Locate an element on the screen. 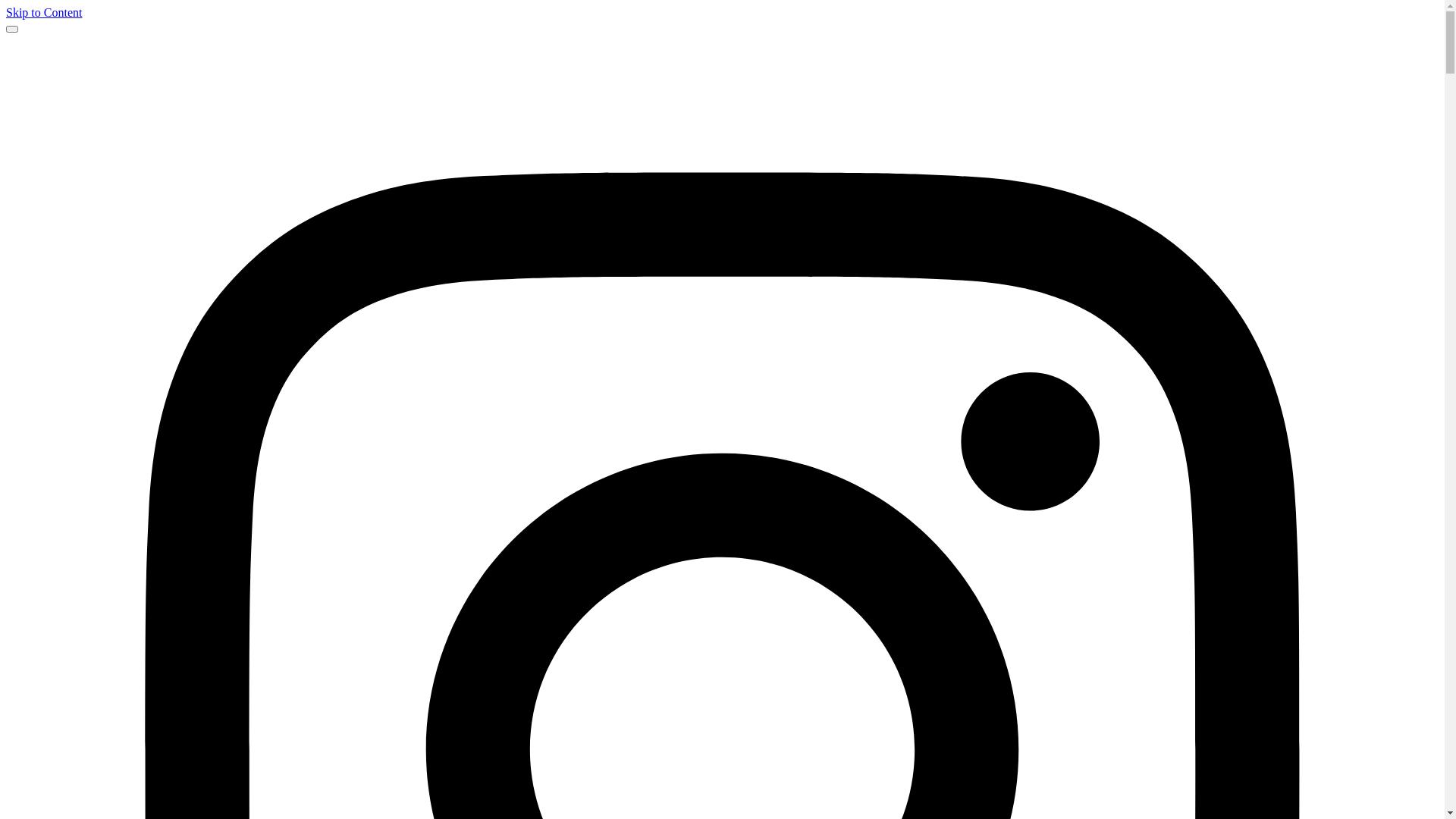 The width and height of the screenshot is (1456, 819). 'Skip to Content' is located at coordinates (43, 12).